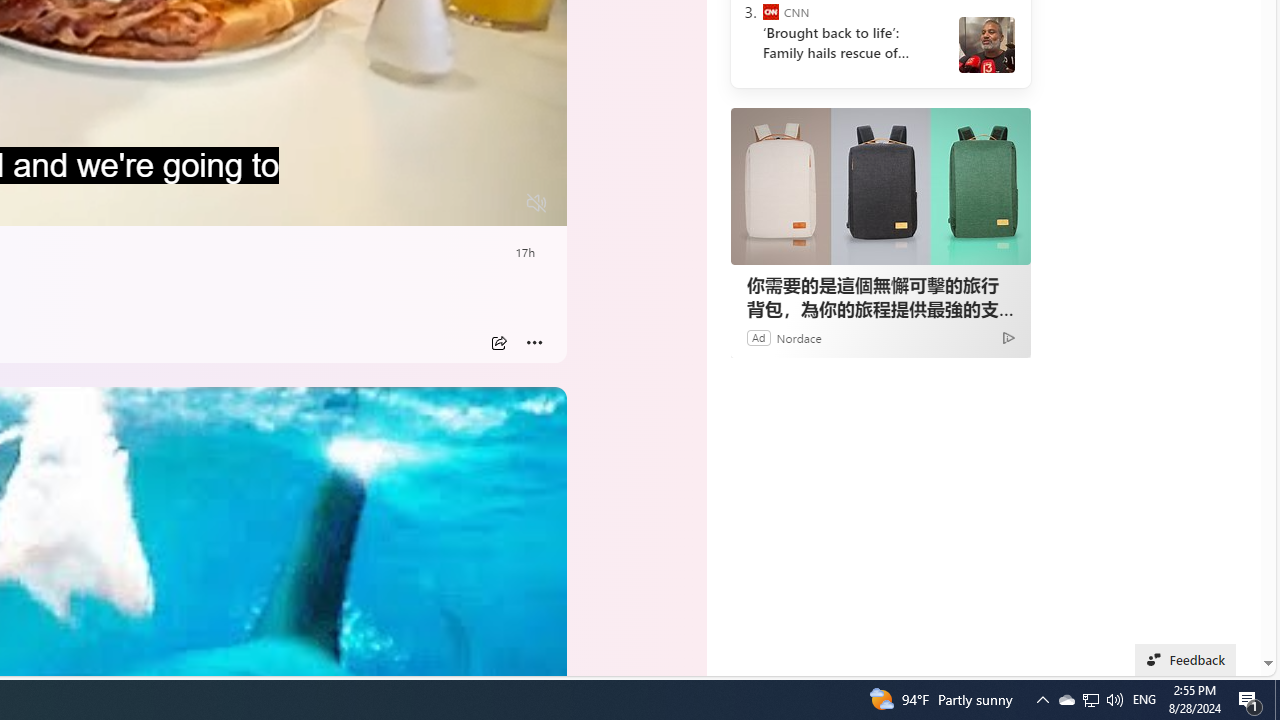  I want to click on 'Ad Choice', so click(1008, 336).